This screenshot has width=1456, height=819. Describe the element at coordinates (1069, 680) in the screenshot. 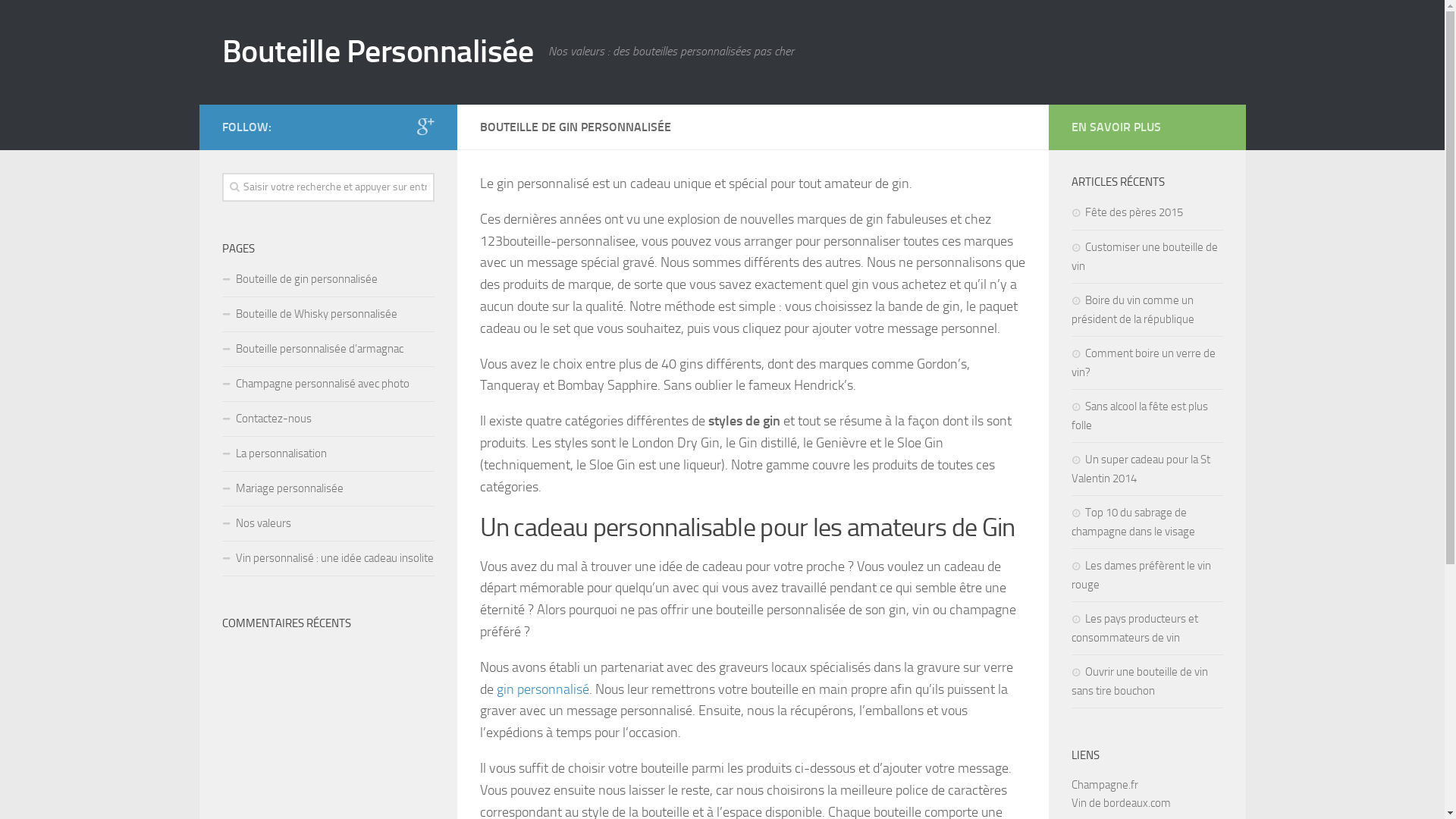

I see `'Ouvrir une bouteille de vin sans tire bouchon'` at that location.